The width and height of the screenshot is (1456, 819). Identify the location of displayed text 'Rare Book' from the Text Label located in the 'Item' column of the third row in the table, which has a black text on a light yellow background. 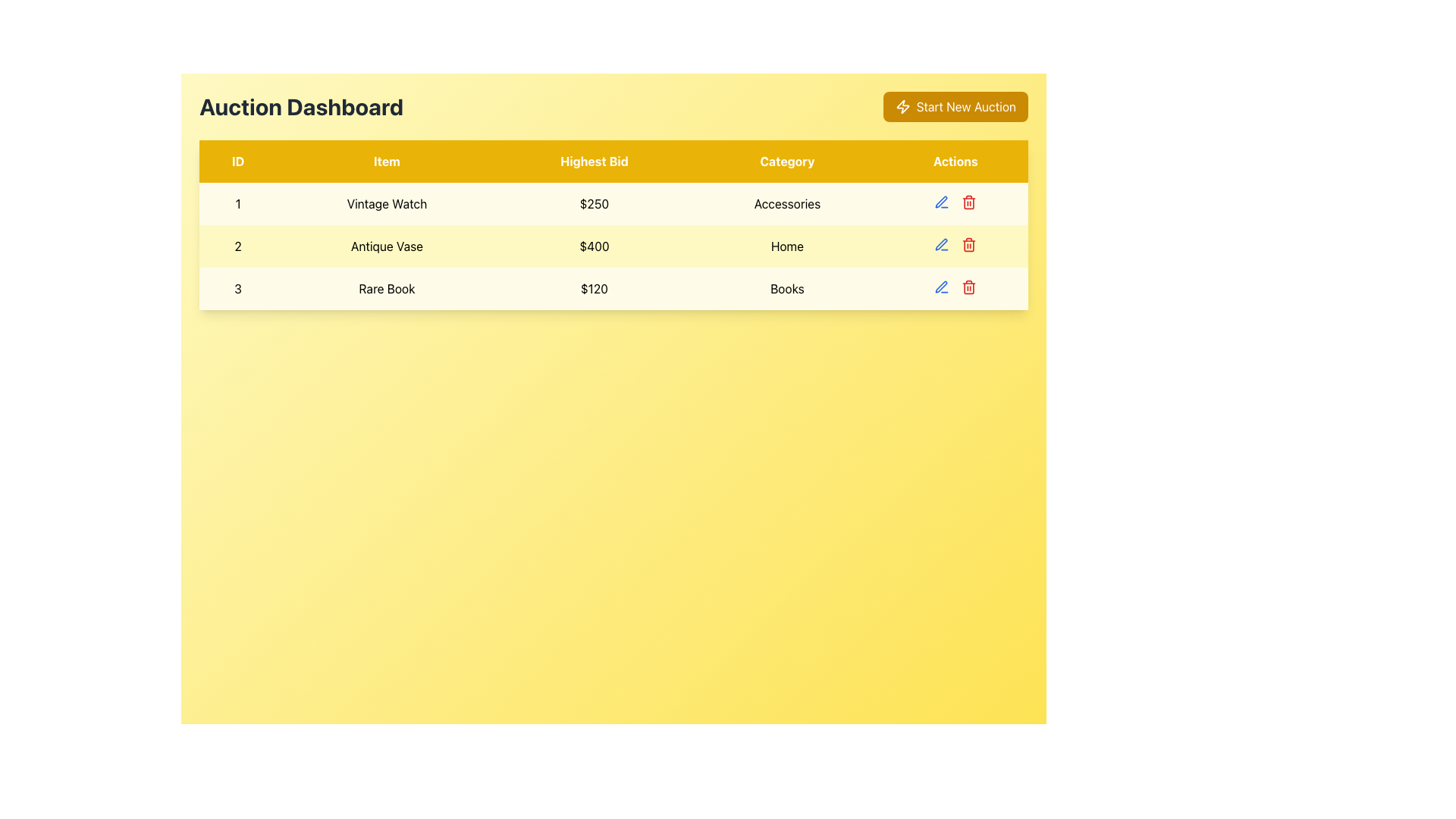
(387, 289).